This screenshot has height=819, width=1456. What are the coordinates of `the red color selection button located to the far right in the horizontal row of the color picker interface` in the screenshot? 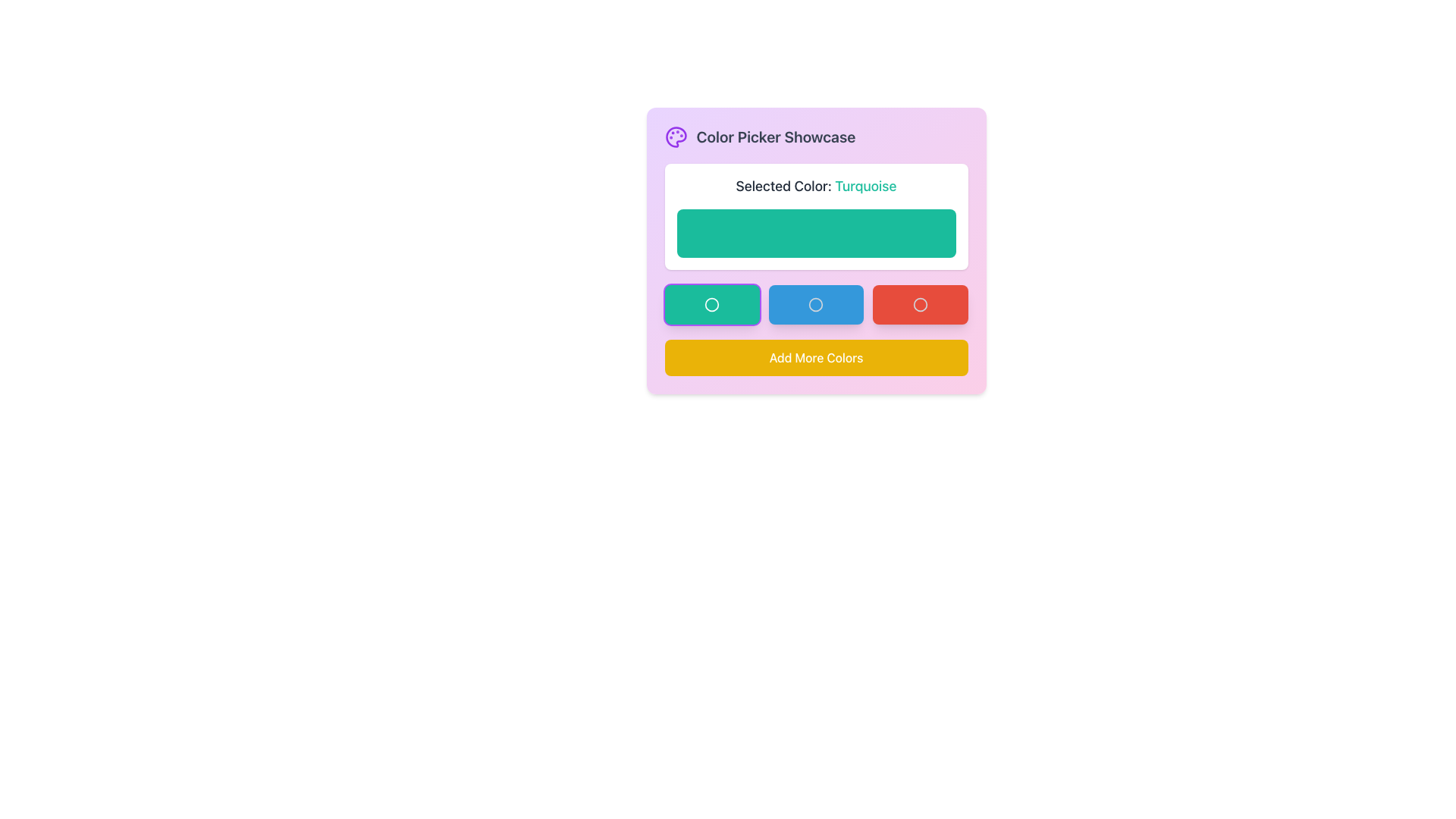 It's located at (919, 304).